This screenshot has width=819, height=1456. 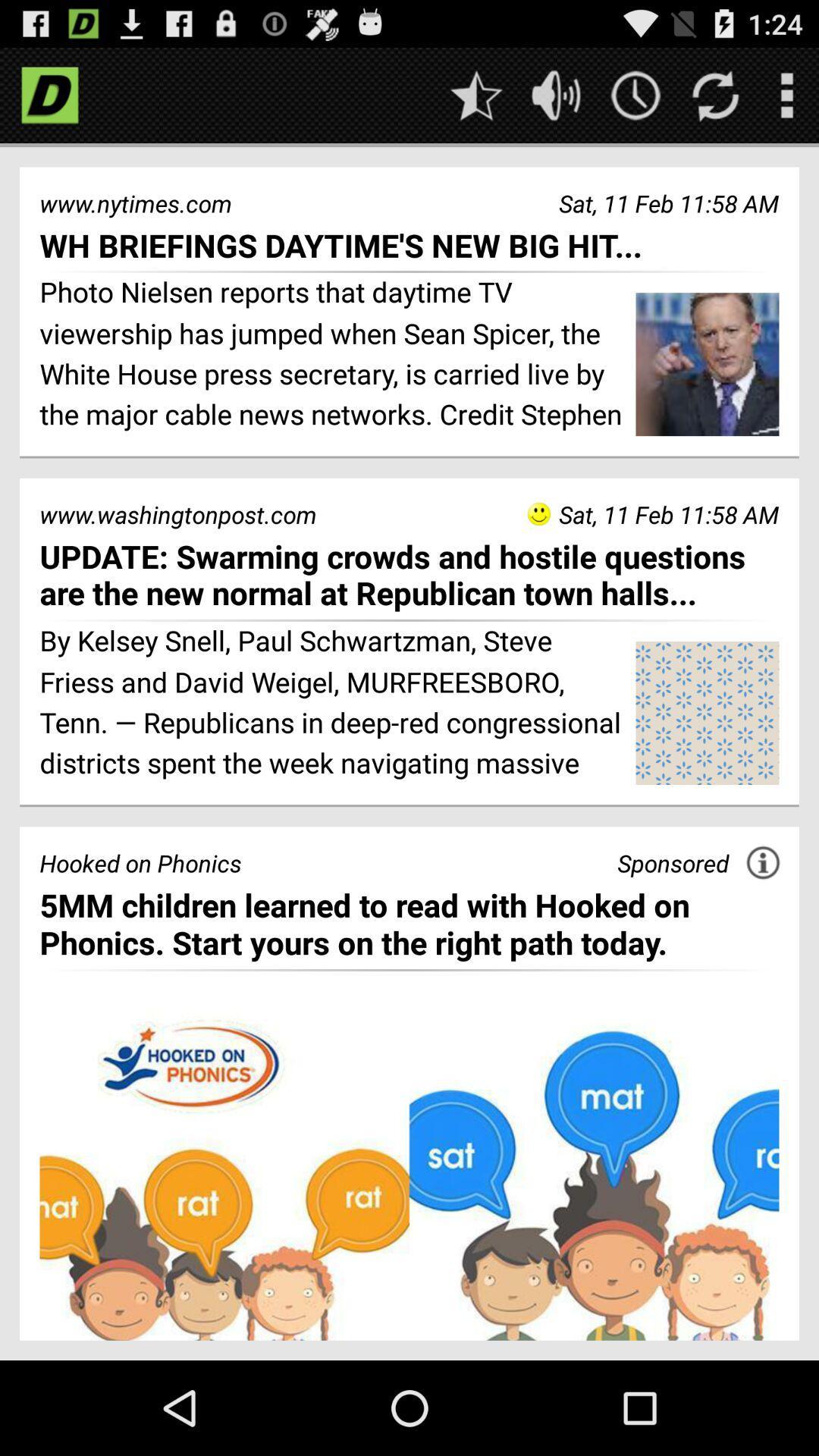 What do you see at coordinates (763, 862) in the screenshot?
I see `app next to sponsored item` at bounding box center [763, 862].